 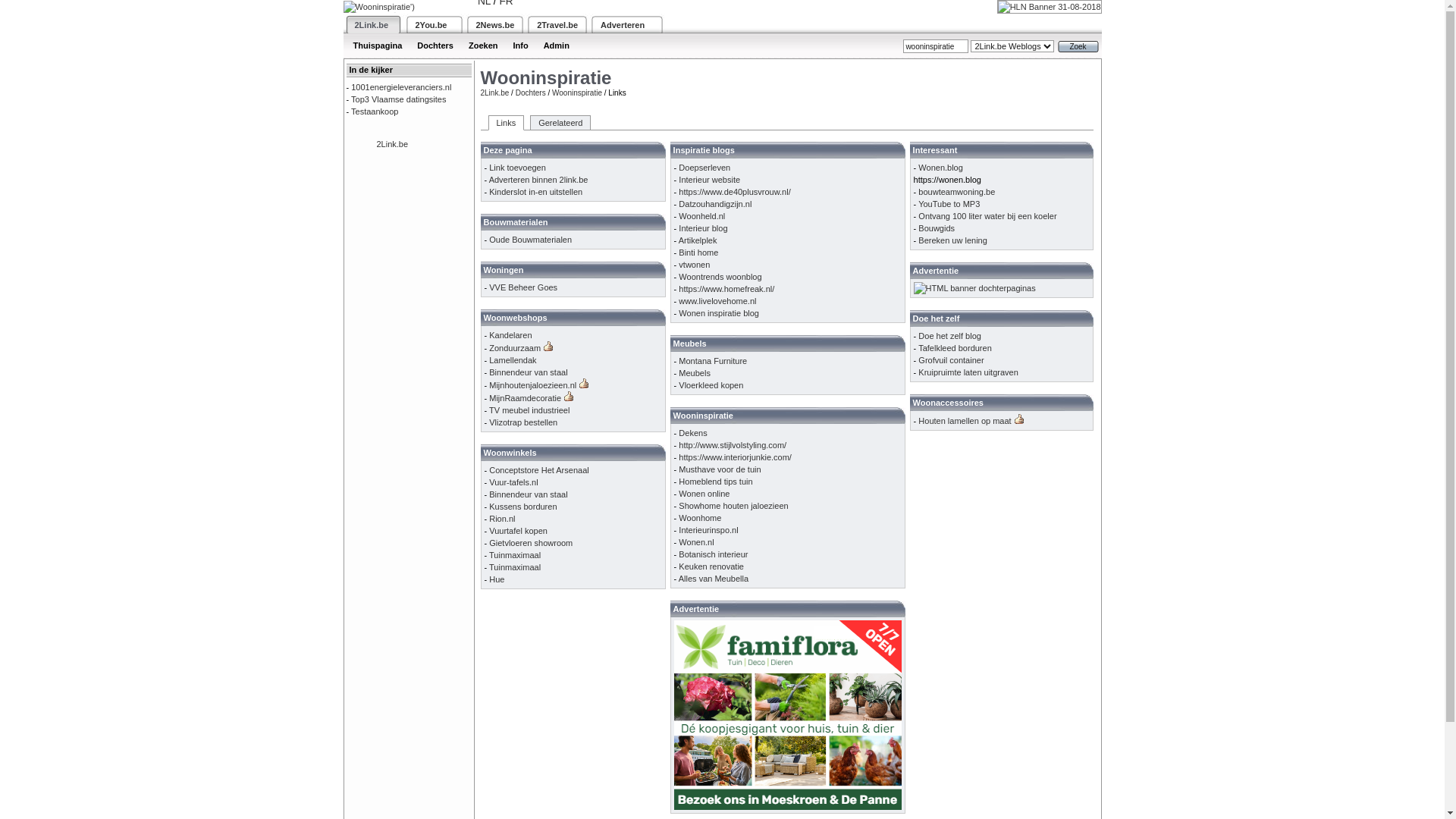 What do you see at coordinates (576, 93) in the screenshot?
I see `'Wooninspiratie'` at bounding box center [576, 93].